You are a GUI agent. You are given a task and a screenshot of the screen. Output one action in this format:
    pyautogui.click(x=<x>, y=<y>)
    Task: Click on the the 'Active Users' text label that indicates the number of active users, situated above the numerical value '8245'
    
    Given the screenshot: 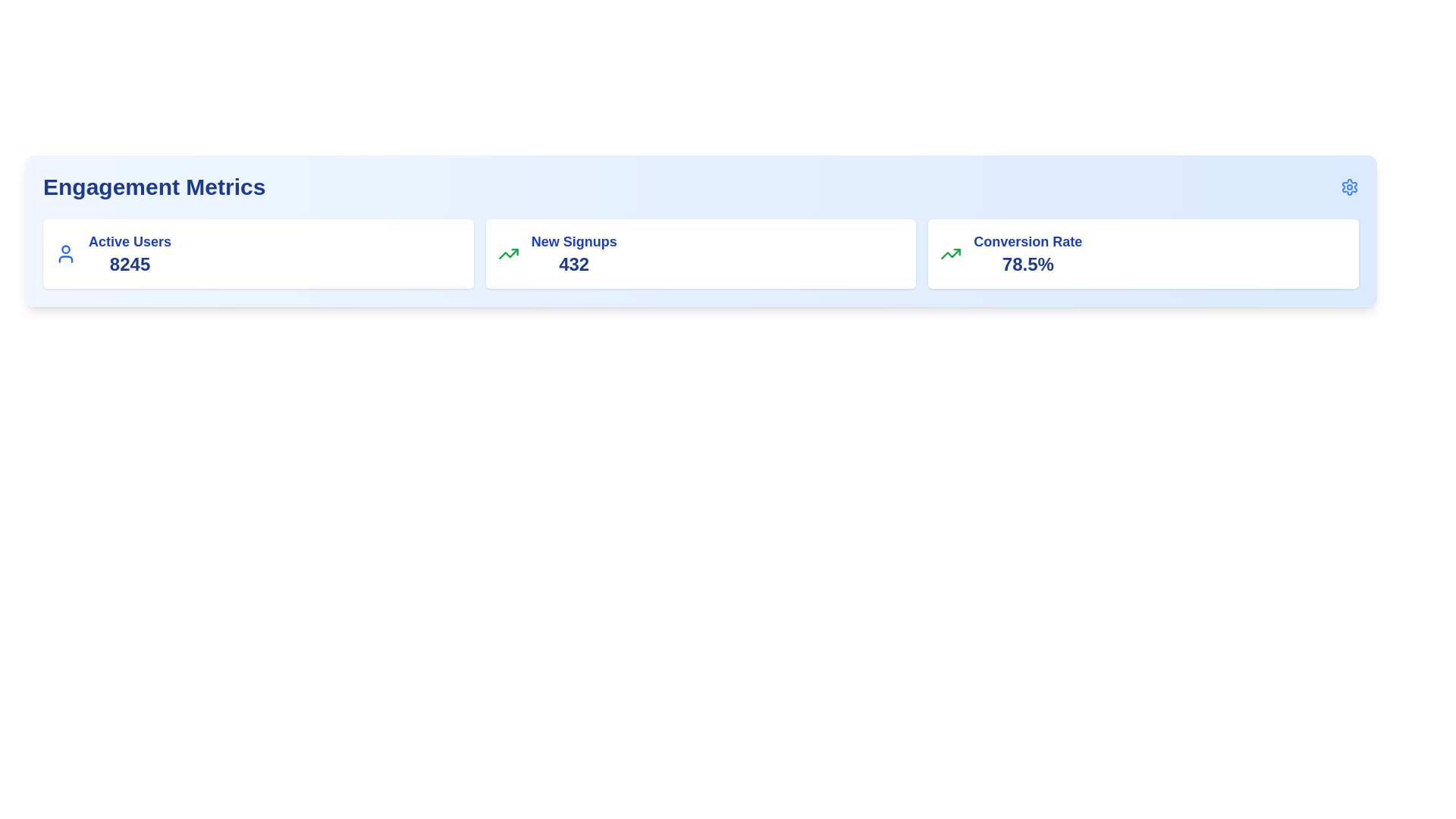 What is the action you would take?
    pyautogui.click(x=130, y=241)
    